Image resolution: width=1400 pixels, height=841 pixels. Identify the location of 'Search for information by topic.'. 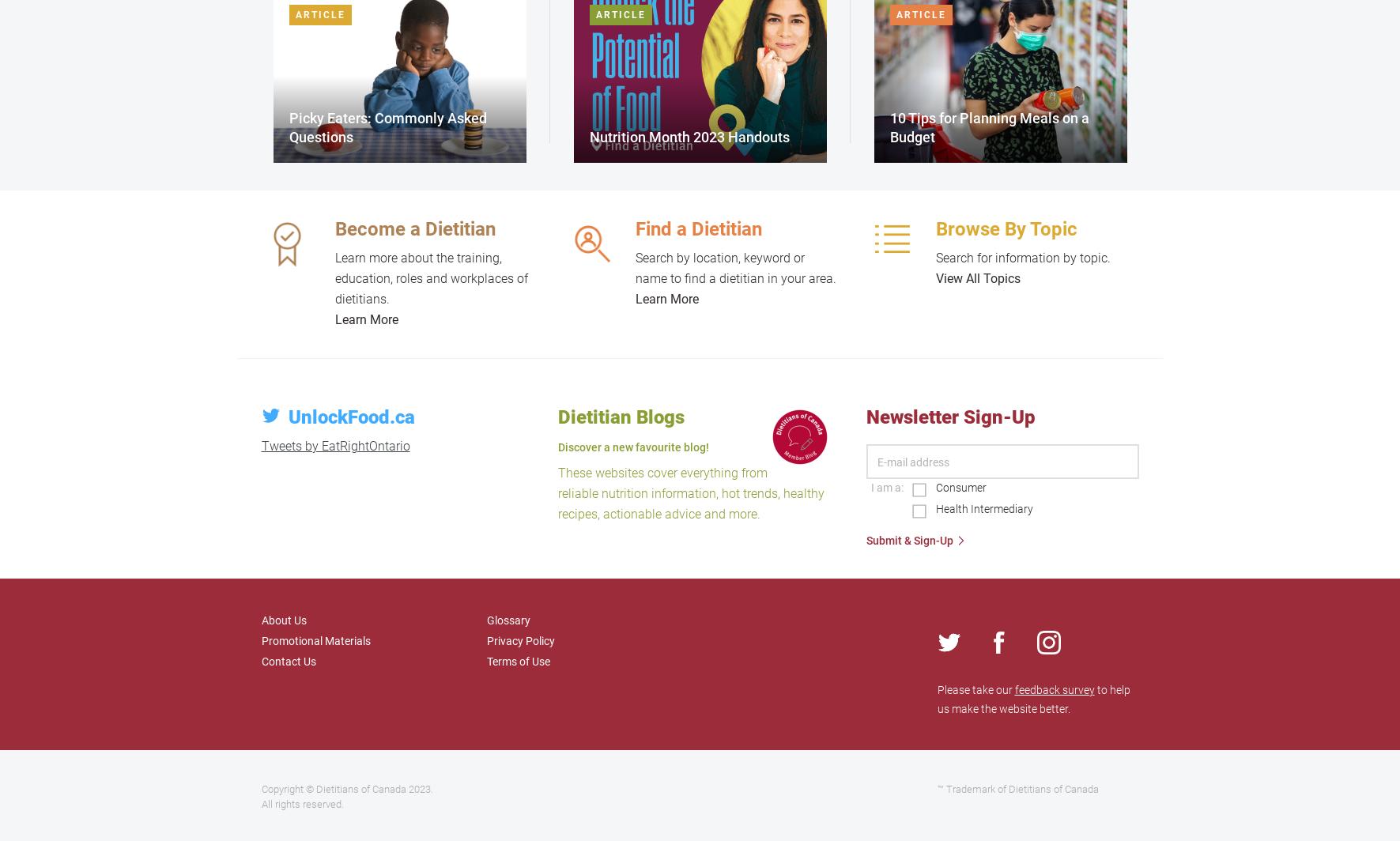
(935, 258).